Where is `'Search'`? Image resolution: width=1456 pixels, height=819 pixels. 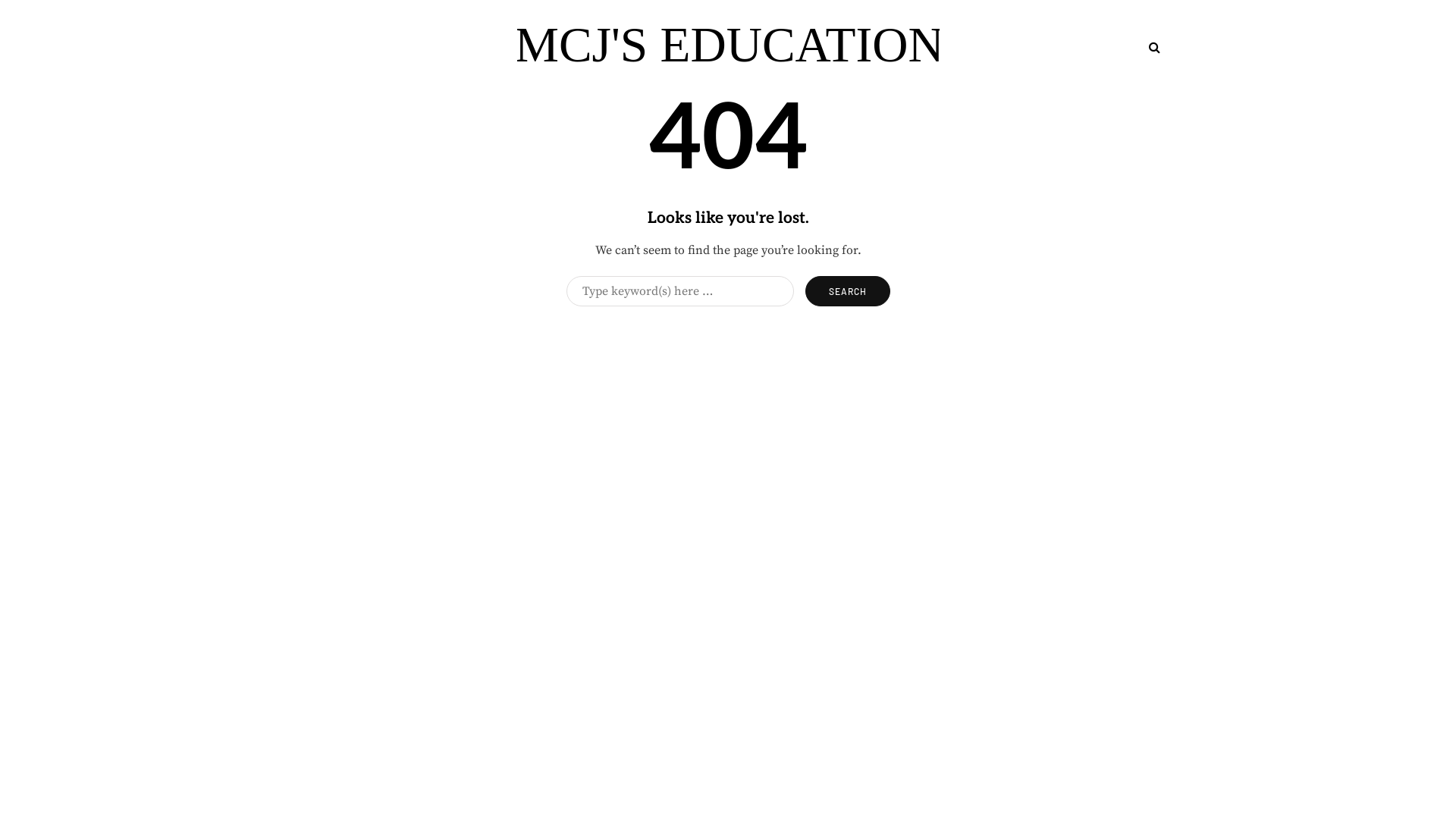 'Search' is located at coordinates (847, 291).